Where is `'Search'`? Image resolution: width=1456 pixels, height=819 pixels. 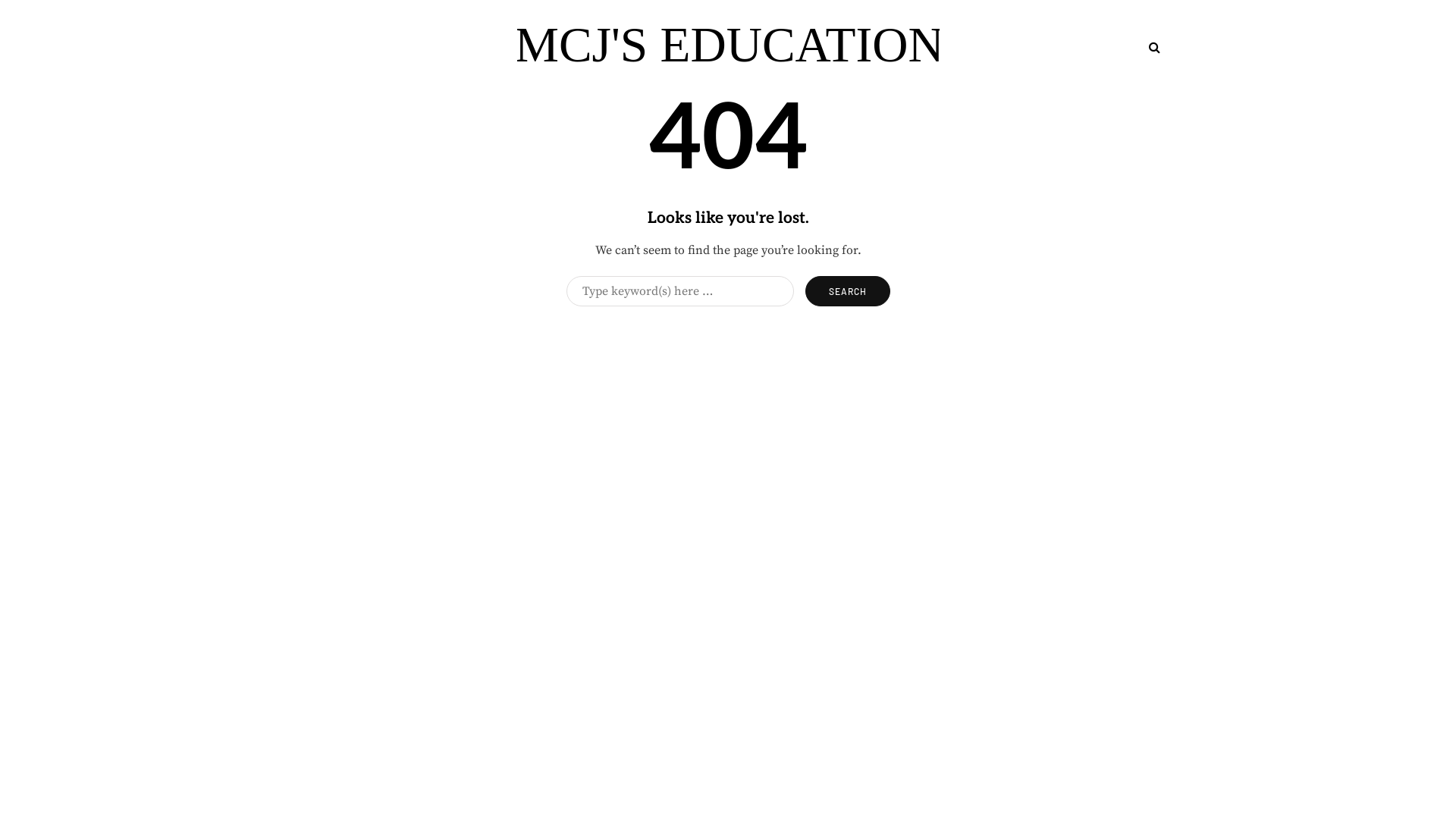 'Search' is located at coordinates (847, 291).